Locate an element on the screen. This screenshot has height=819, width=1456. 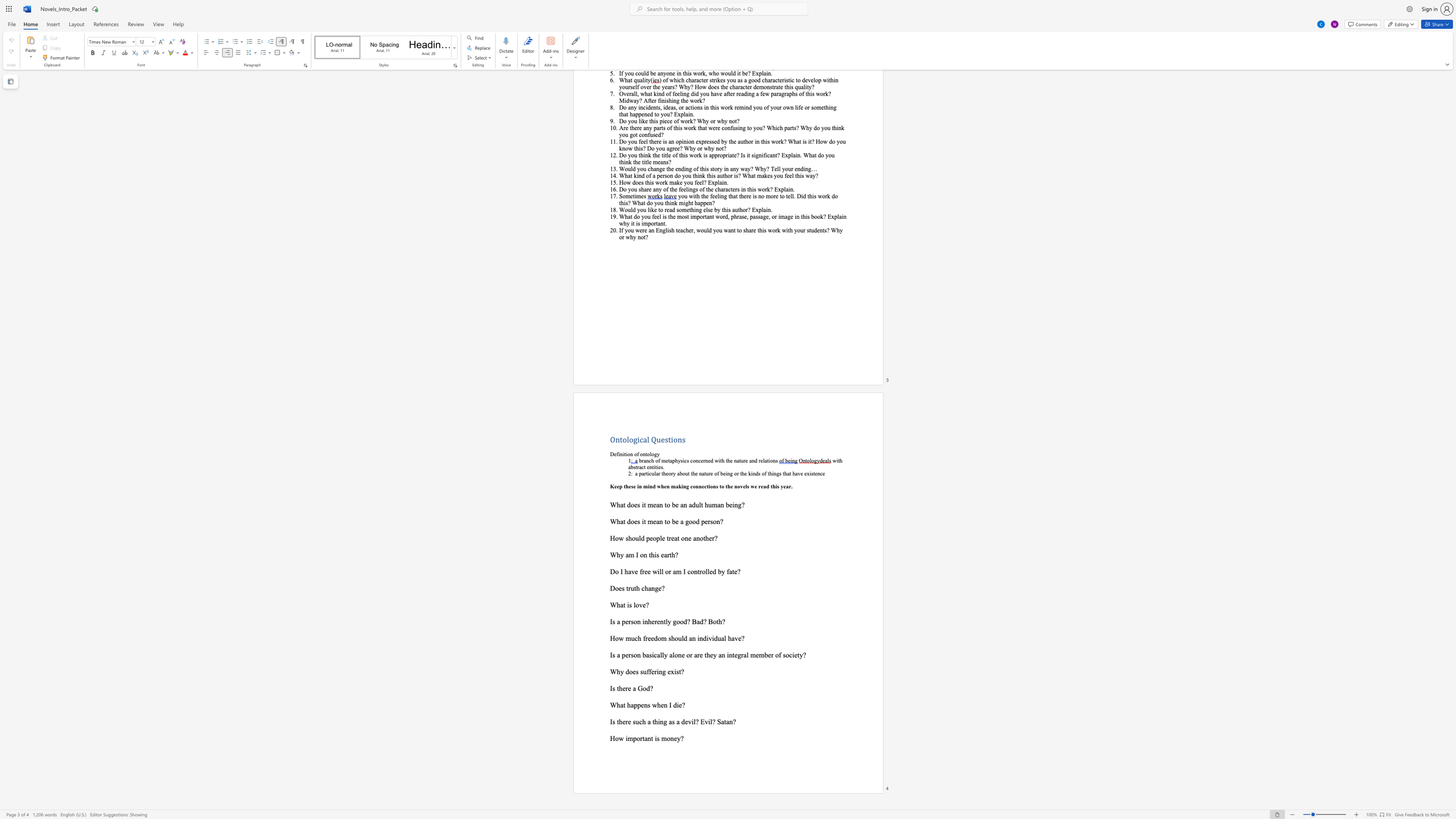
the subset text "with abstract e" within the text "with abstract entities." is located at coordinates (832, 460).